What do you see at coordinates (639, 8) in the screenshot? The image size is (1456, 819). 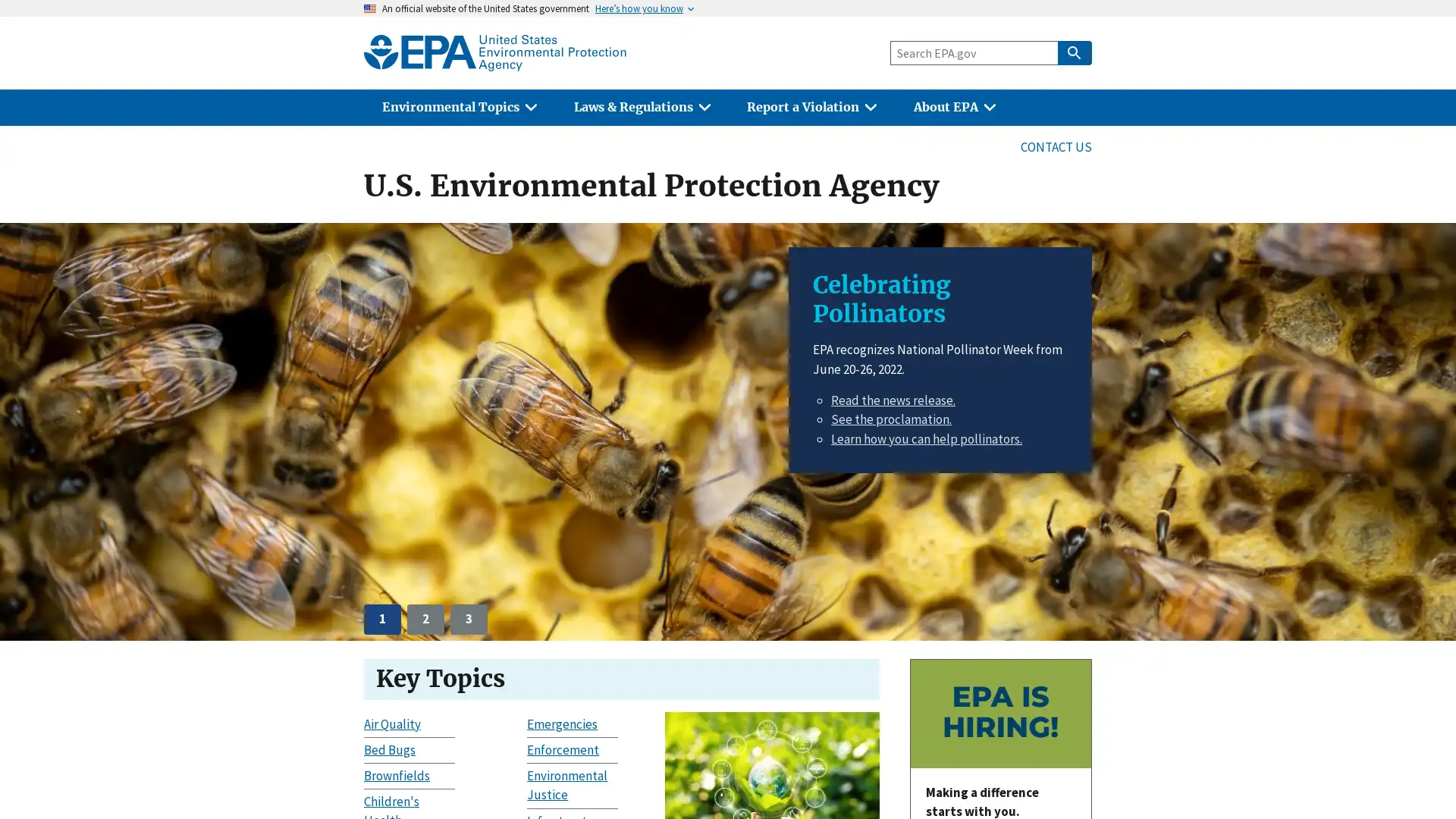 I see `Heres how you know` at bounding box center [639, 8].